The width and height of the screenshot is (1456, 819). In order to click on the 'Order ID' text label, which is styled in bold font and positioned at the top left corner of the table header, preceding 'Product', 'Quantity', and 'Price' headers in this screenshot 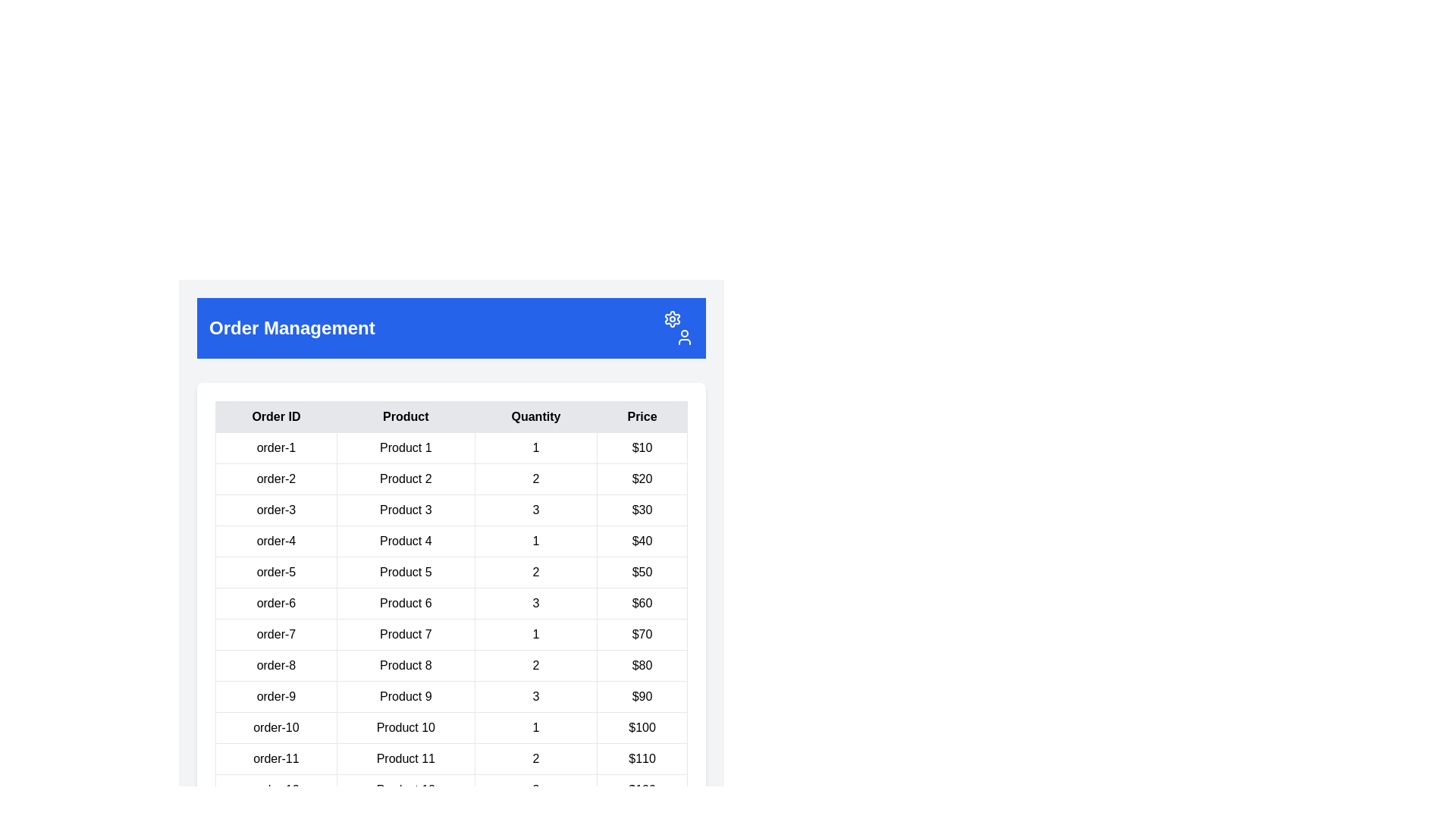, I will do `click(276, 417)`.